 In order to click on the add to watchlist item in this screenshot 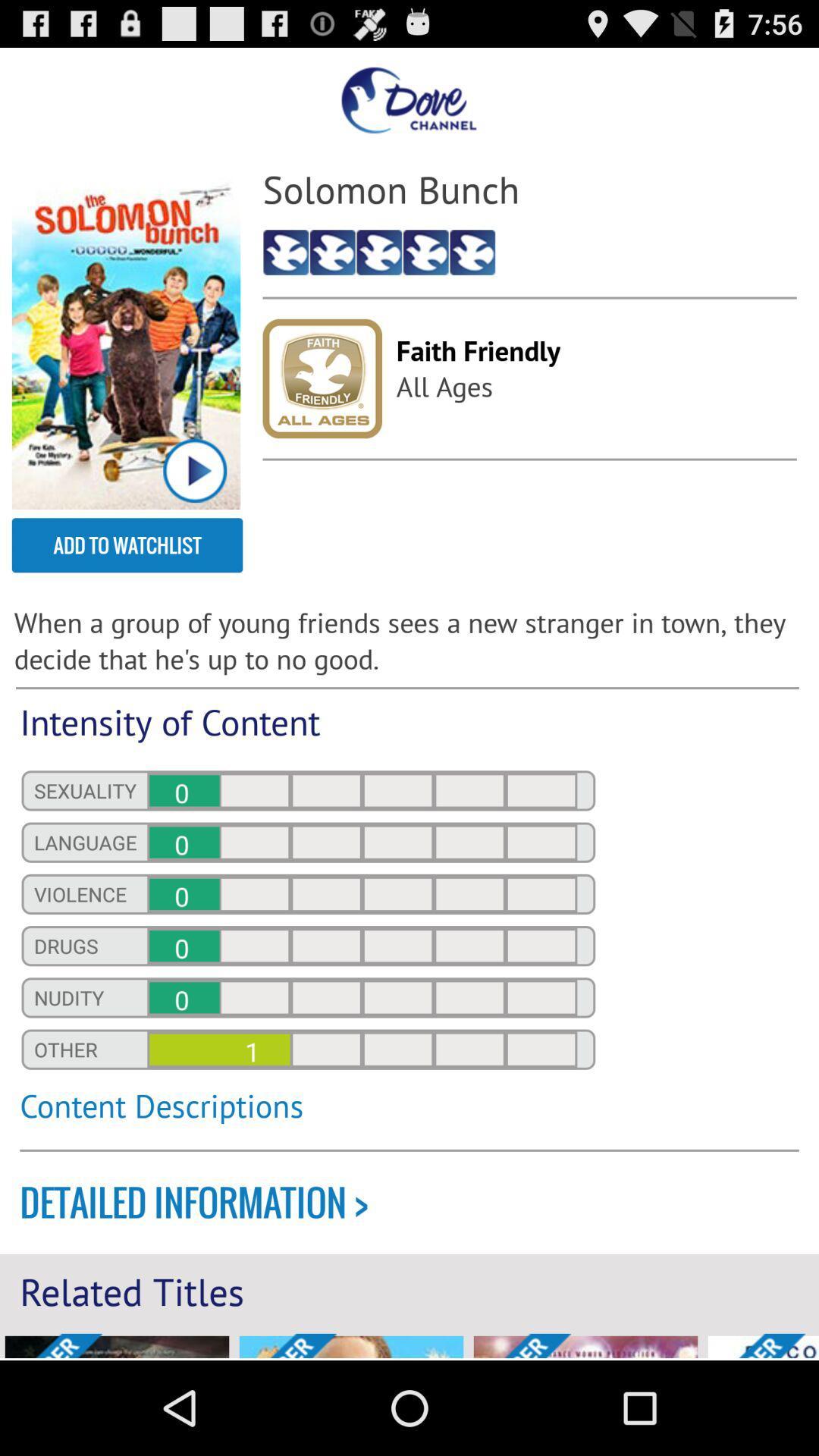, I will do `click(127, 545)`.